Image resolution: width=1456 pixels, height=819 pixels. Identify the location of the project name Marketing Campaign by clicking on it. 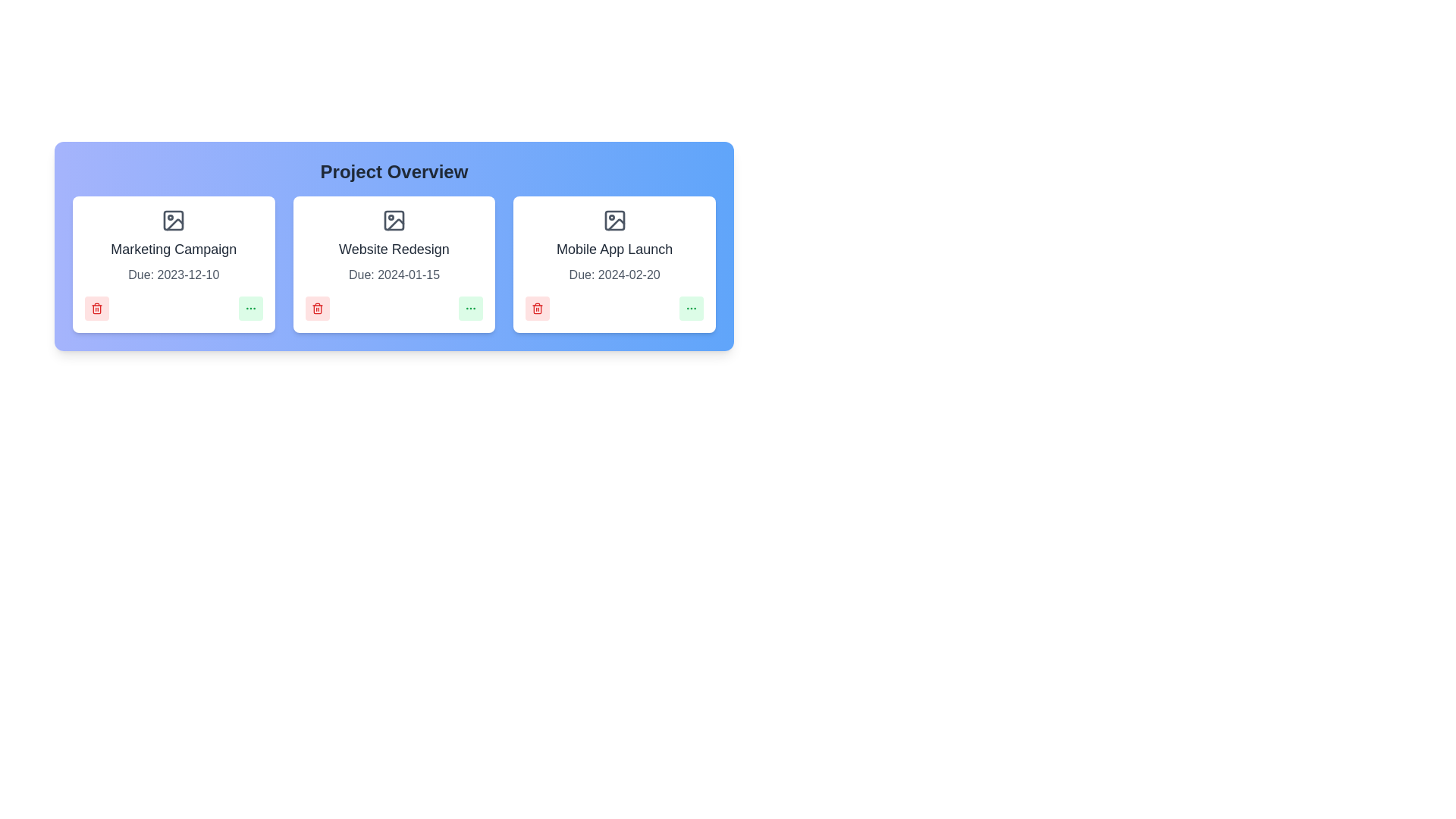
(174, 248).